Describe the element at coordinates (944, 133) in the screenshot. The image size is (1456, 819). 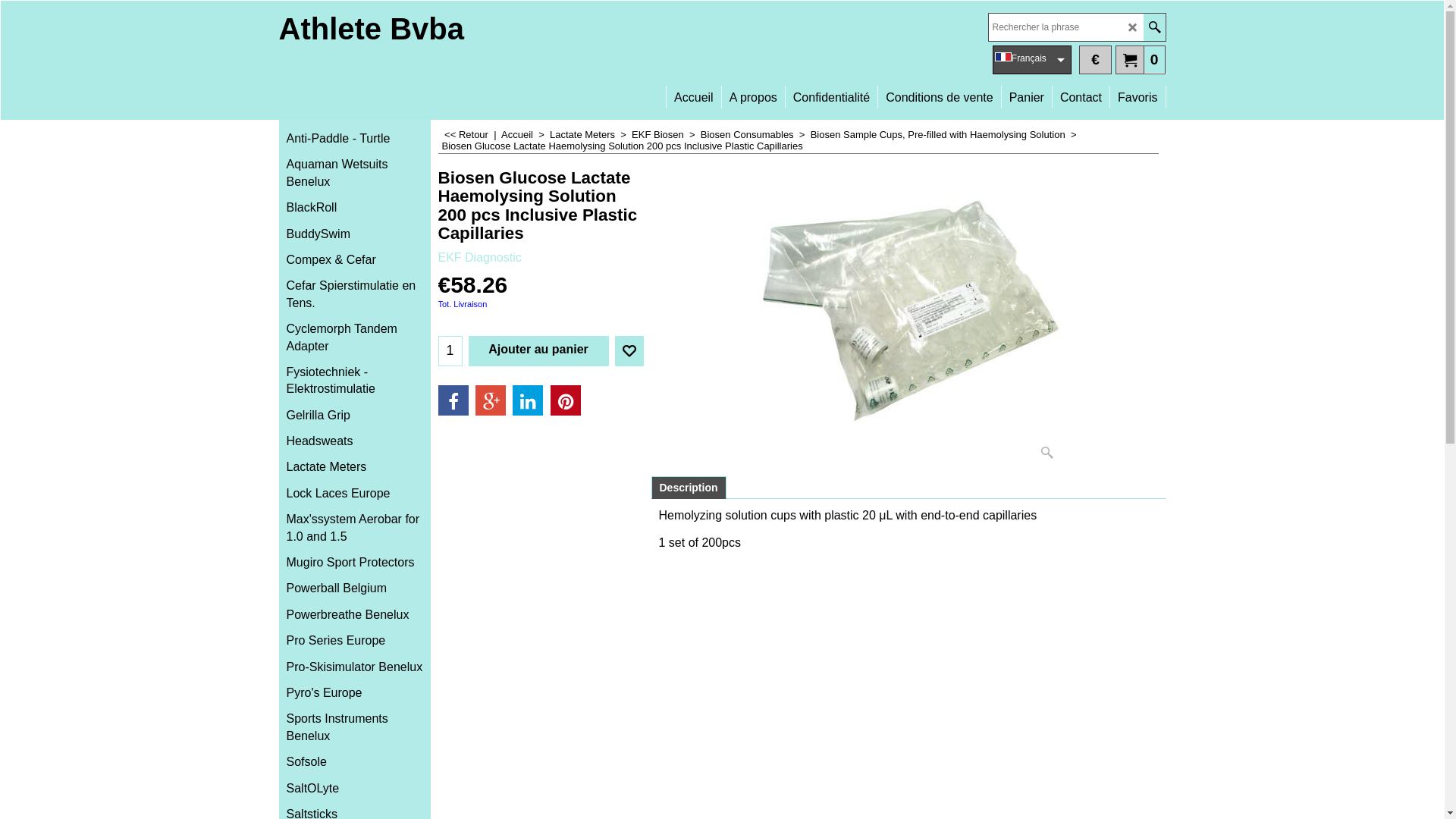
I see `'Biosen Sample Cups, Pre-filled with Haemolysing Solution  > '` at that location.